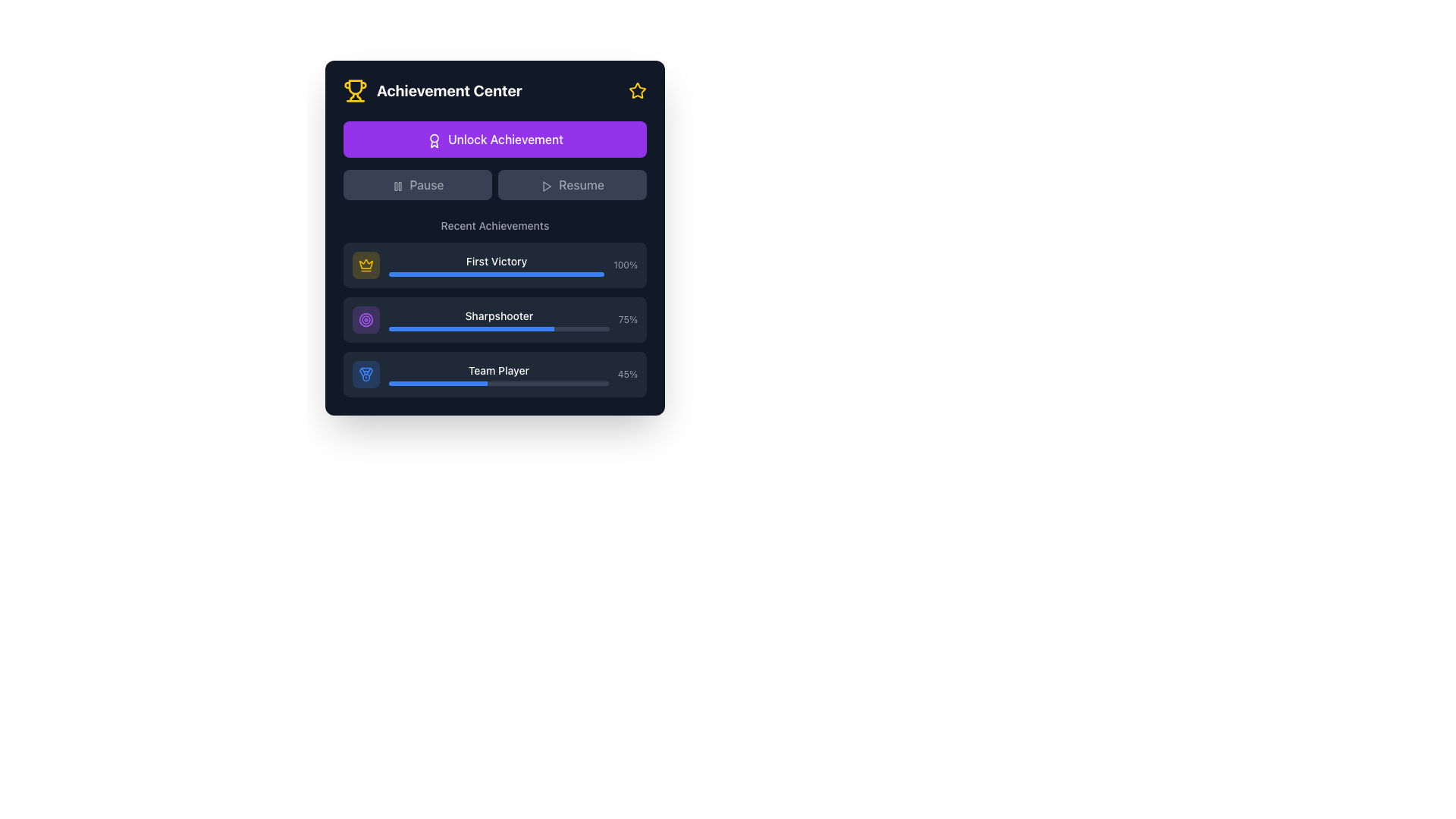  I want to click on the decorative SVG trophy icon element, which represents achievements in the achievement center interface, so click(358, 97).